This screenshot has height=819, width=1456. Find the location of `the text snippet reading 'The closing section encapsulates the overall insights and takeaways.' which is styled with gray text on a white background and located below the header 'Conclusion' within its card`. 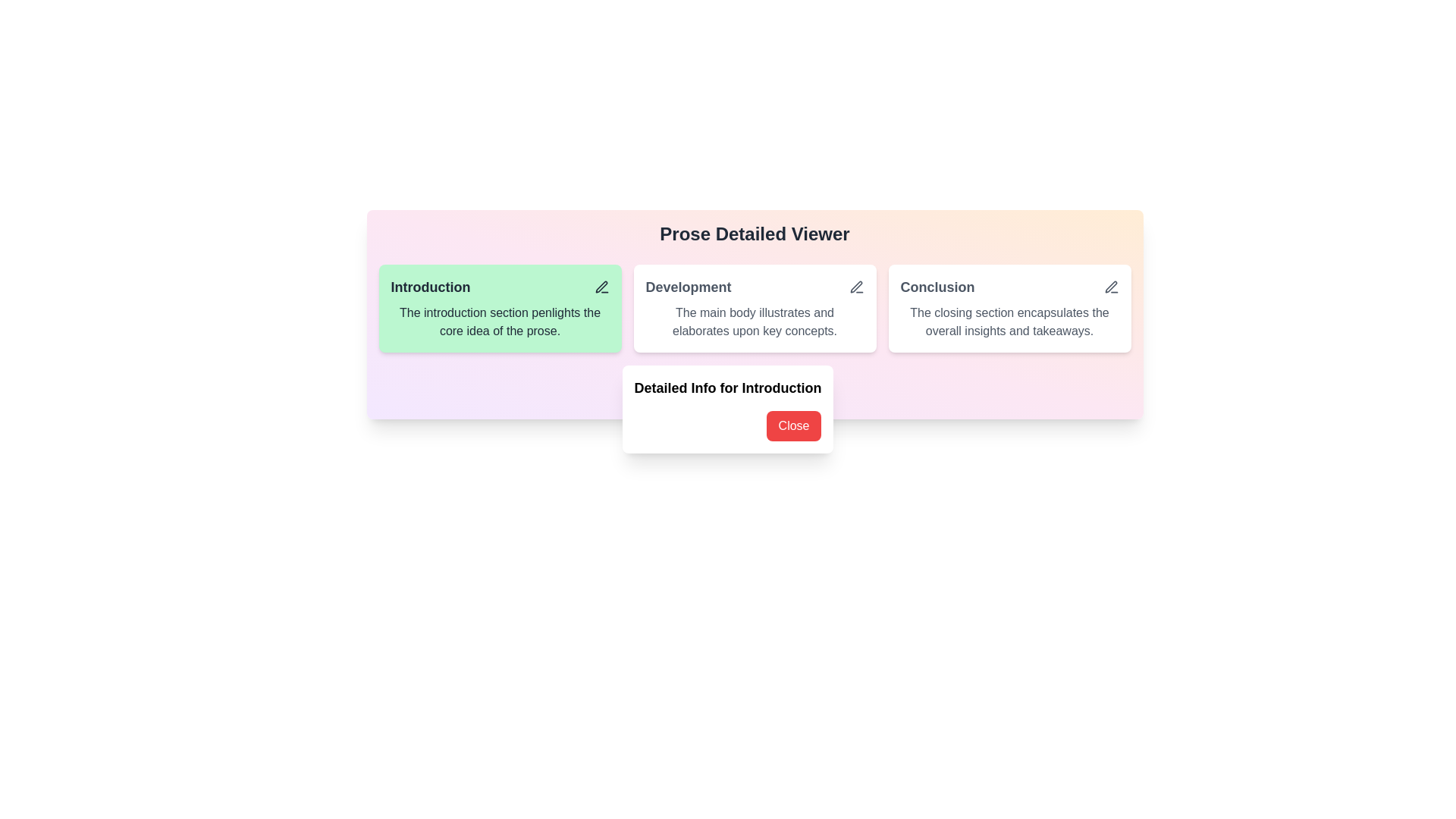

the text snippet reading 'The closing section encapsulates the overall insights and takeaways.' which is styled with gray text on a white background and located below the header 'Conclusion' within its card is located at coordinates (1009, 321).